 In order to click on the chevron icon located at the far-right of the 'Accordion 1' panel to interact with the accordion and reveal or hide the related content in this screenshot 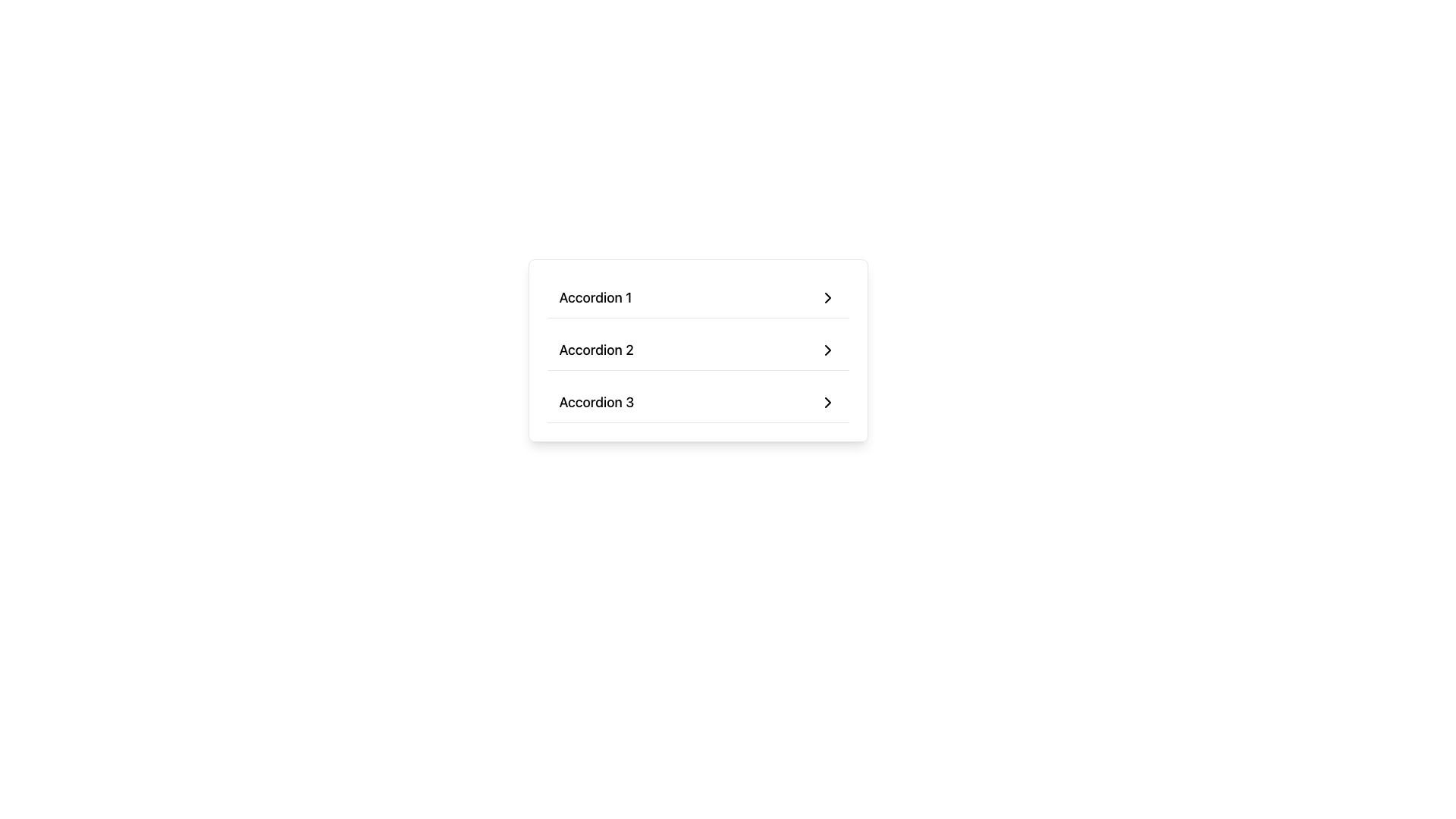, I will do `click(827, 298)`.